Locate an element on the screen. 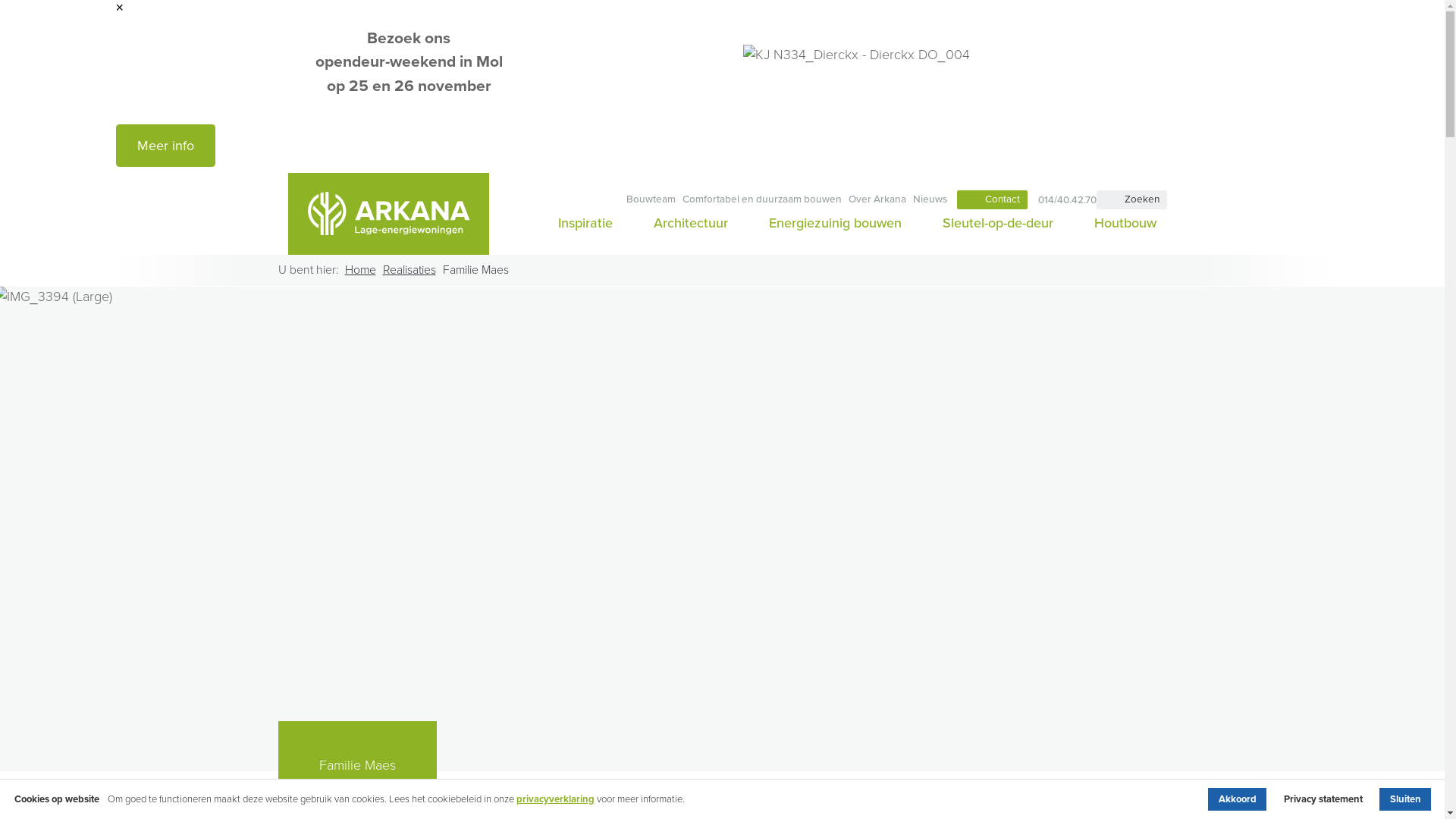 The width and height of the screenshot is (1456, 819). 'Sleutel-op-de-deur' is located at coordinates (998, 223).